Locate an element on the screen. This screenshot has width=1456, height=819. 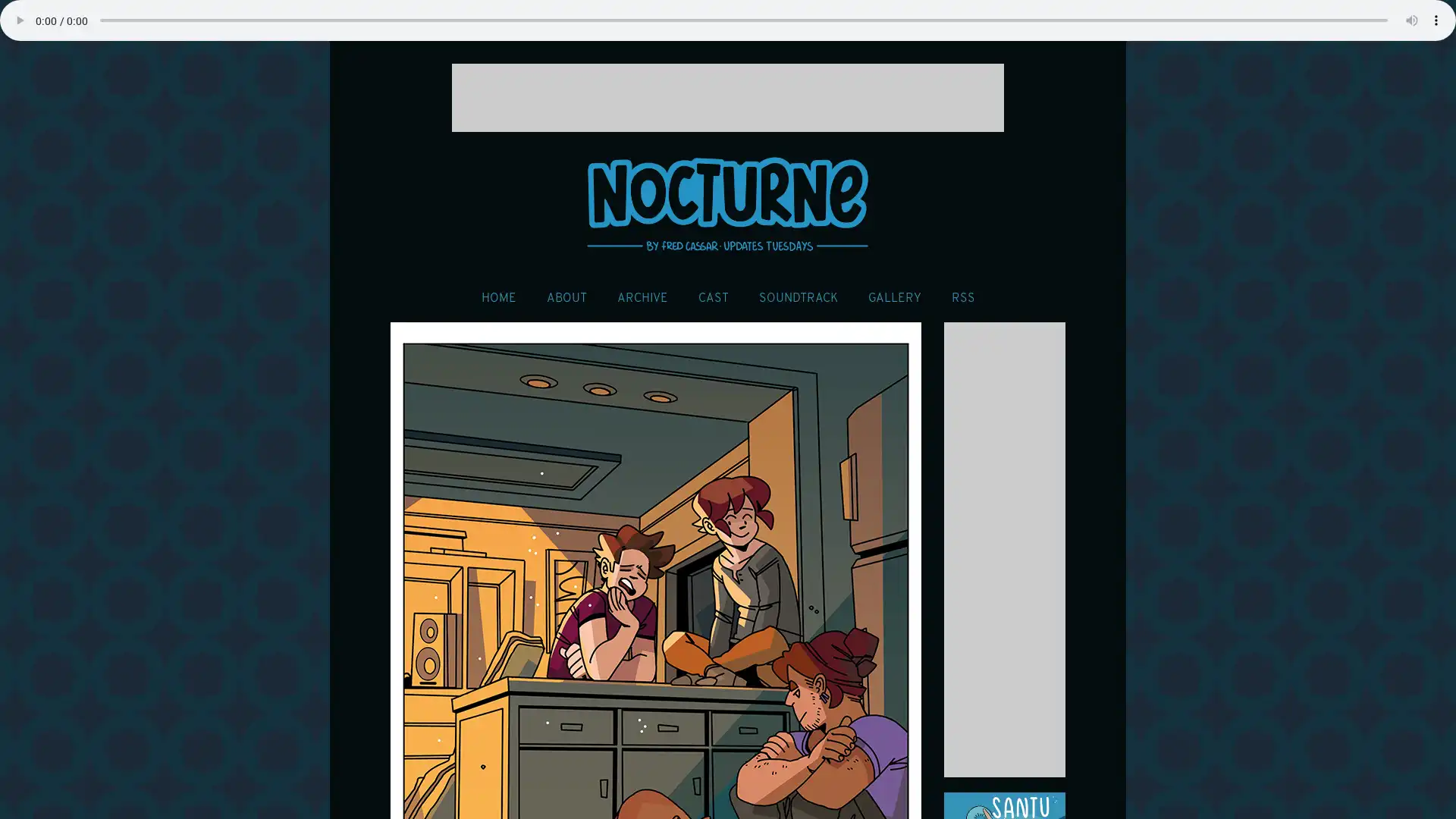
play is located at coordinates (19, 20).